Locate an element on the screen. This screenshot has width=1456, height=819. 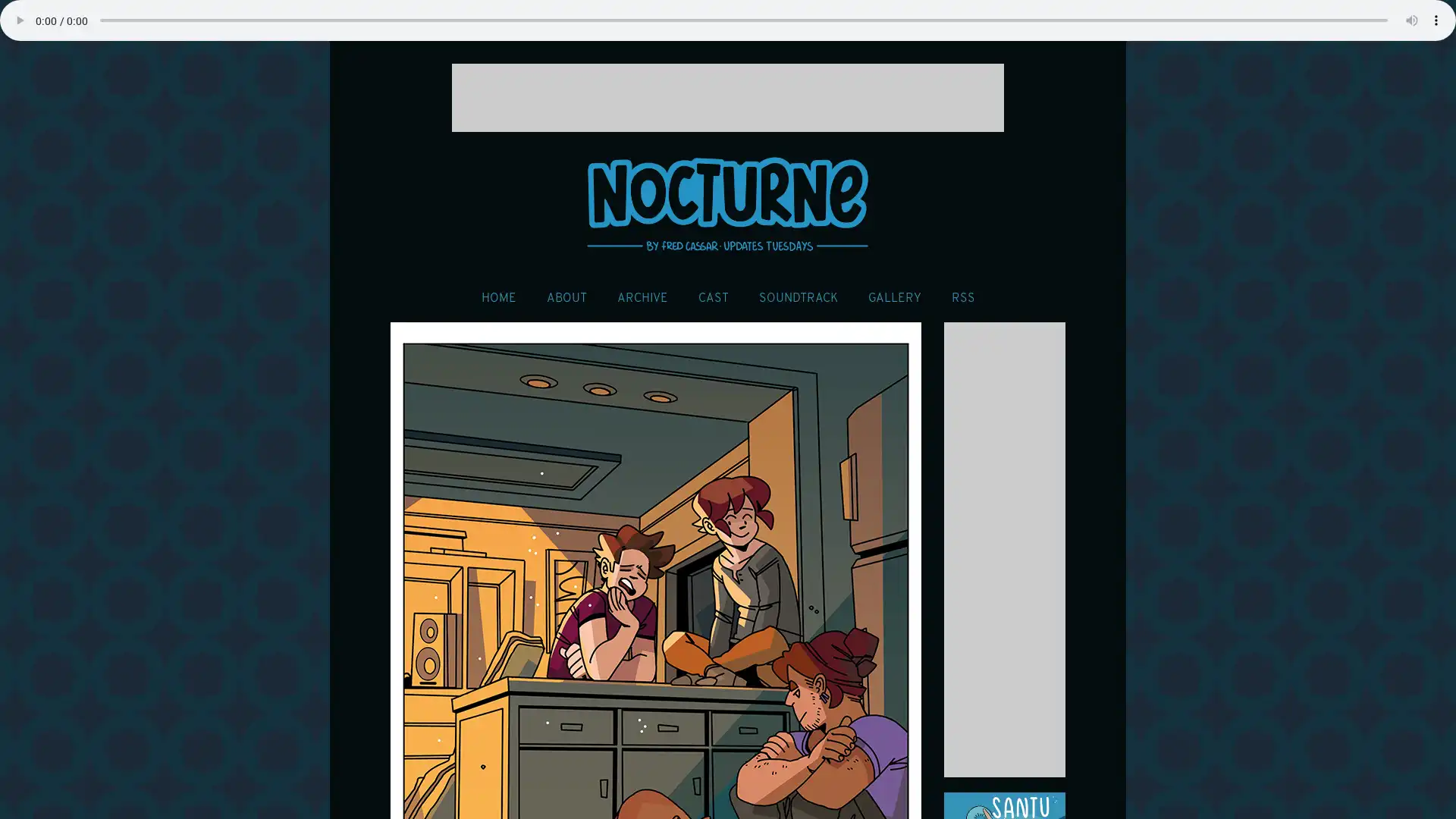
play is located at coordinates (19, 20).